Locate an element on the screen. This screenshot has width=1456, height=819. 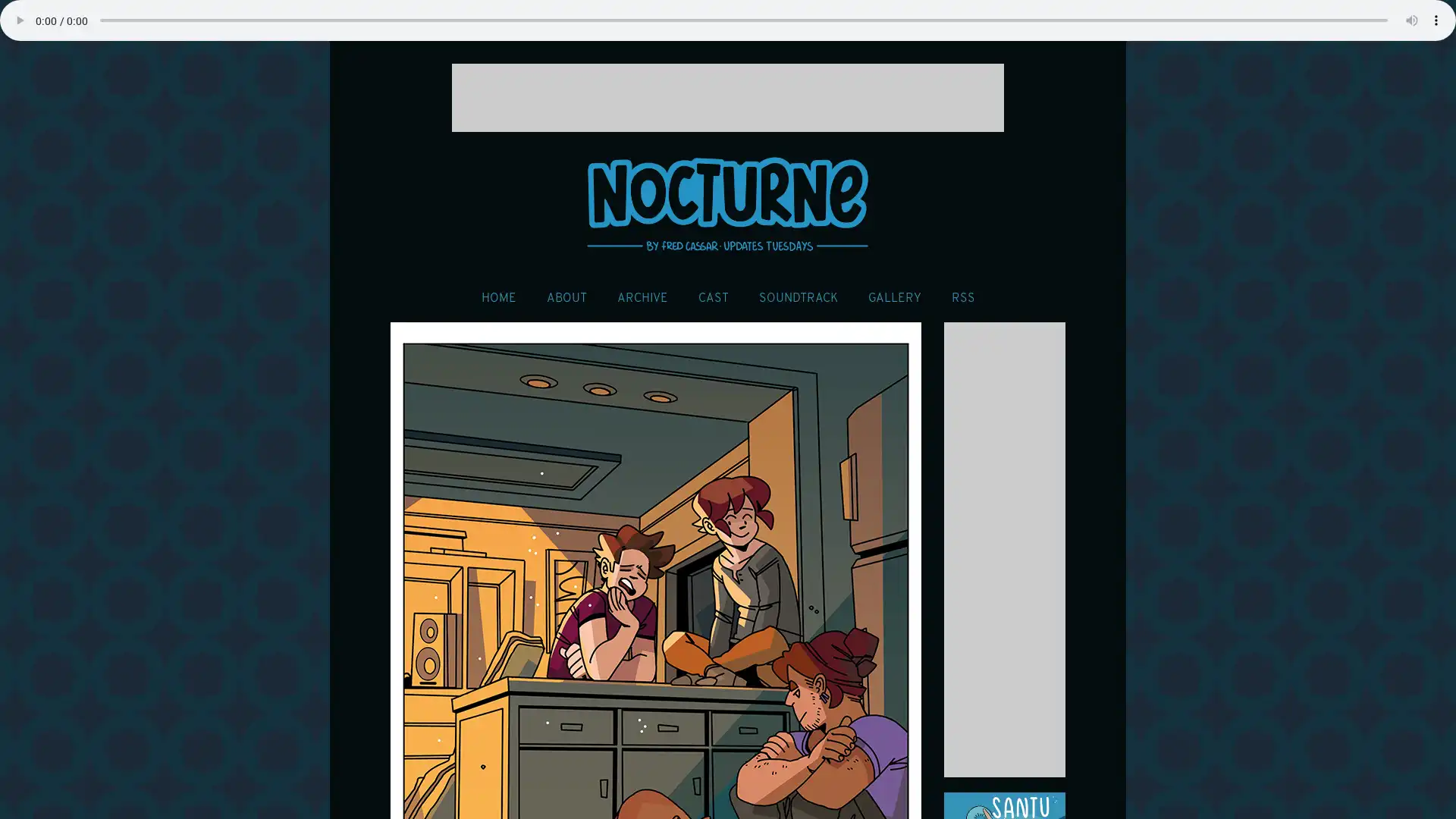
play is located at coordinates (19, 20).